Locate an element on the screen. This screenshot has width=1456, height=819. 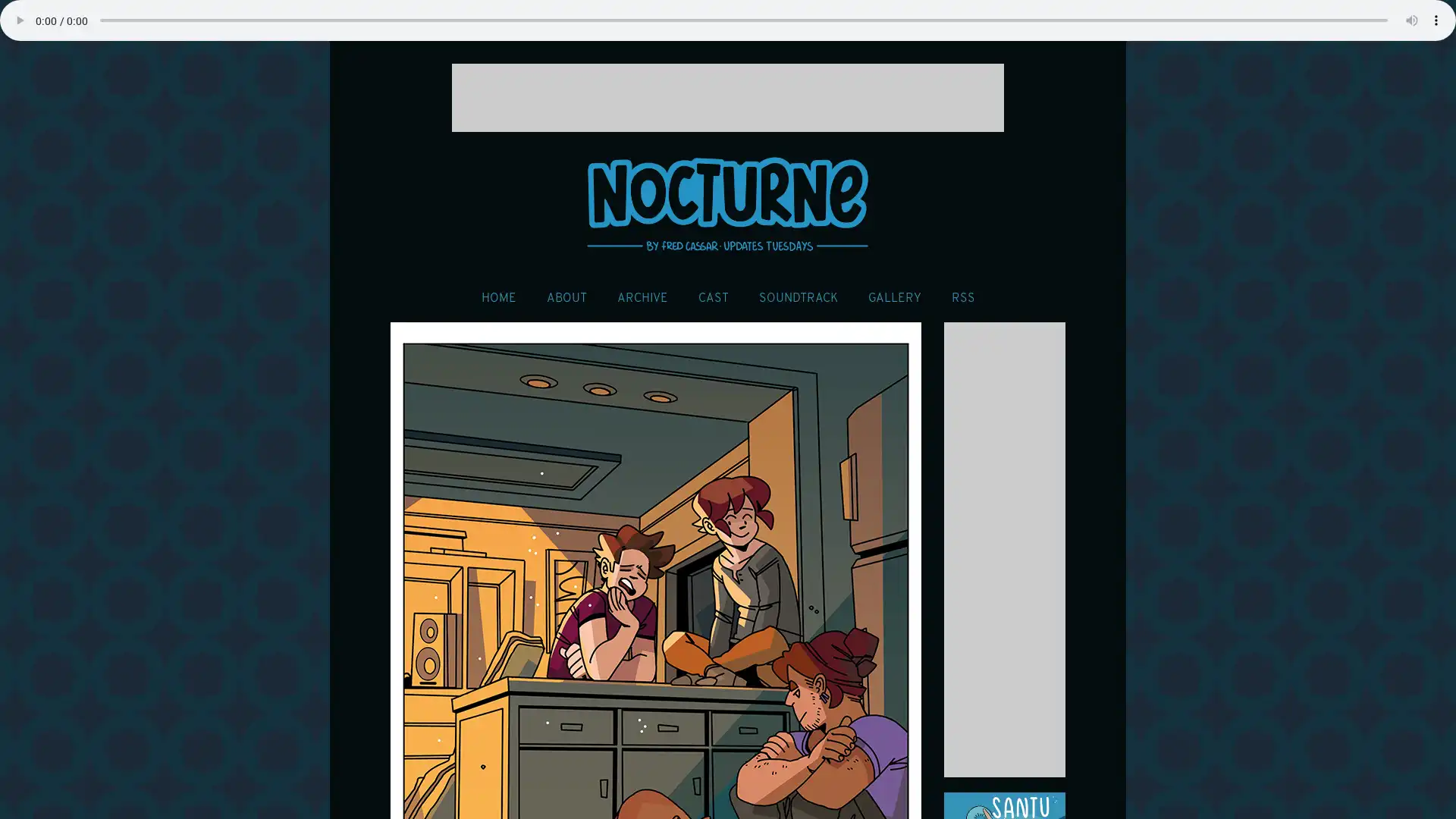
play is located at coordinates (19, 20).